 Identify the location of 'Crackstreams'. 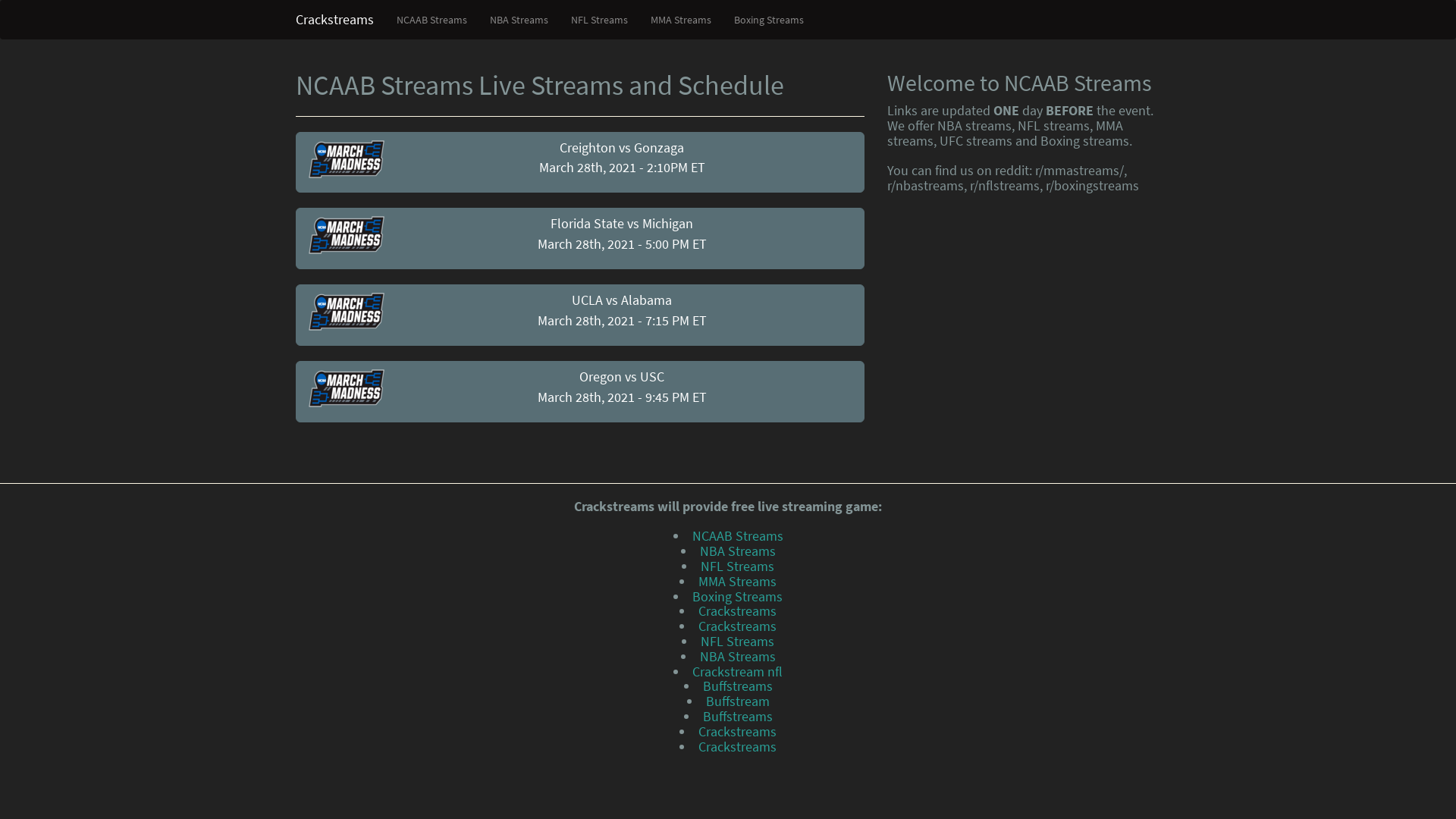
(334, 20).